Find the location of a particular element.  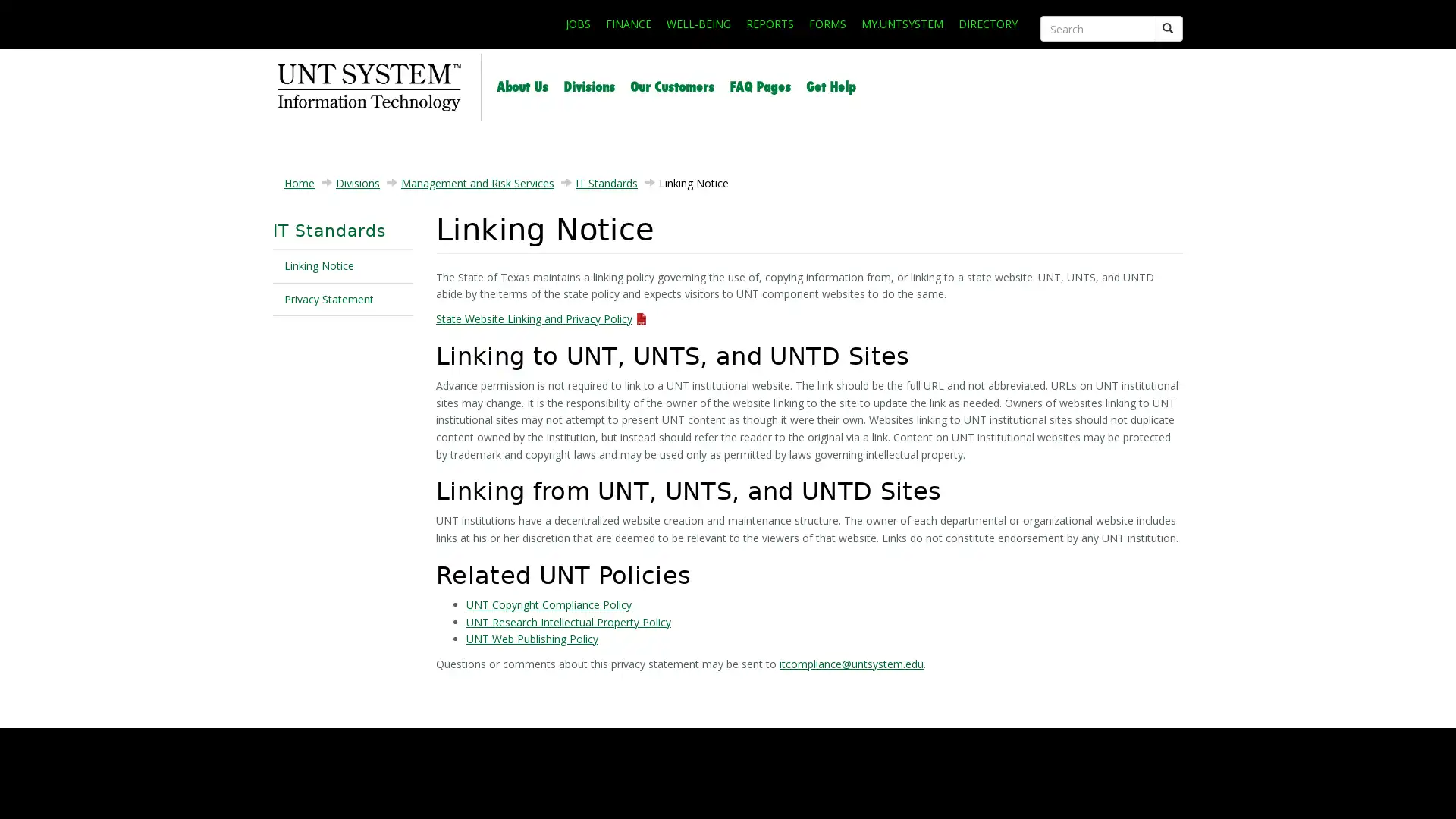

Submit is located at coordinates (1167, 29).